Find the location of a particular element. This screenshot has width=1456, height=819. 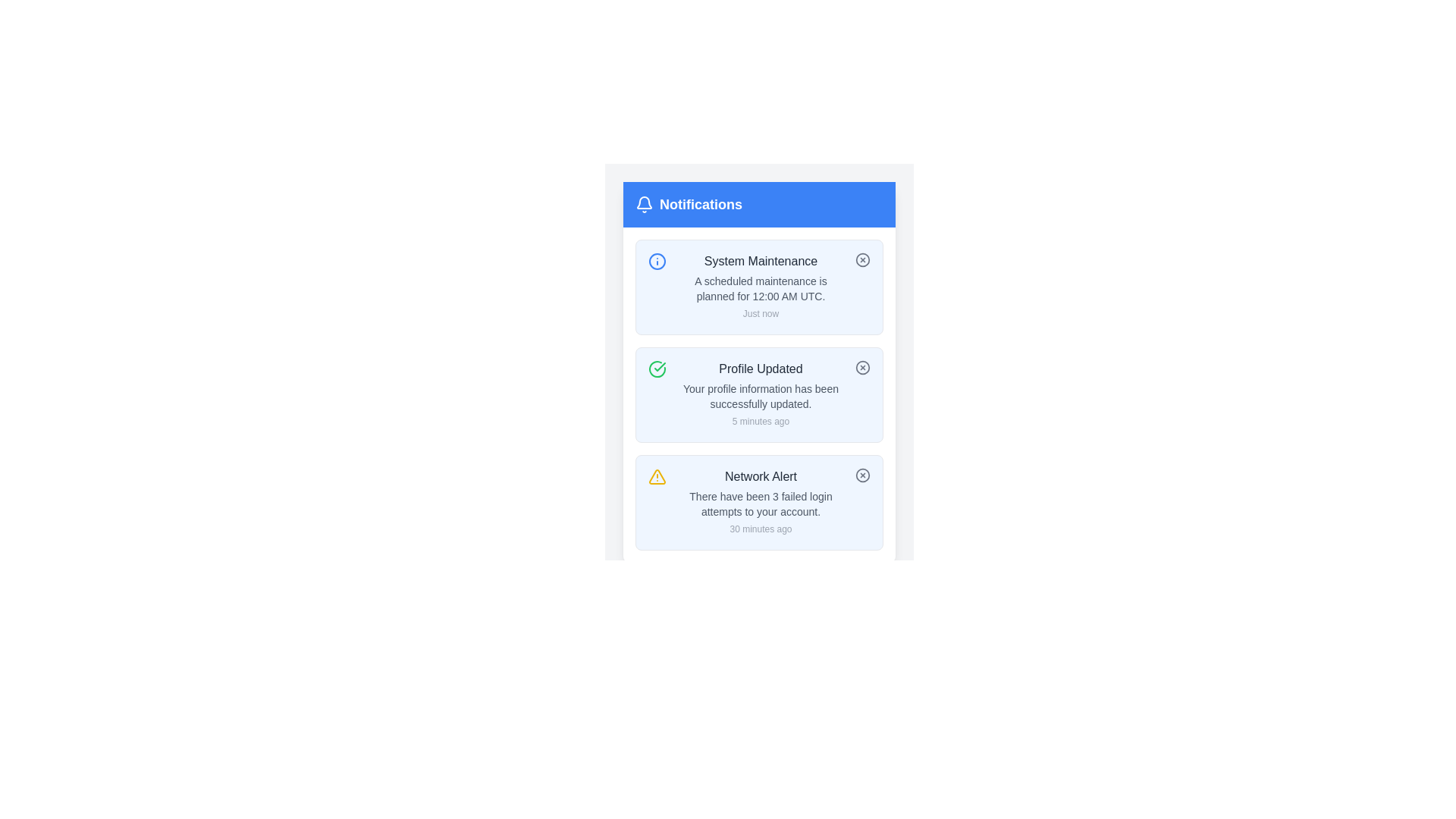

text of the heading located at the top-left section of the blue bar indicating notifications is located at coordinates (688, 205).